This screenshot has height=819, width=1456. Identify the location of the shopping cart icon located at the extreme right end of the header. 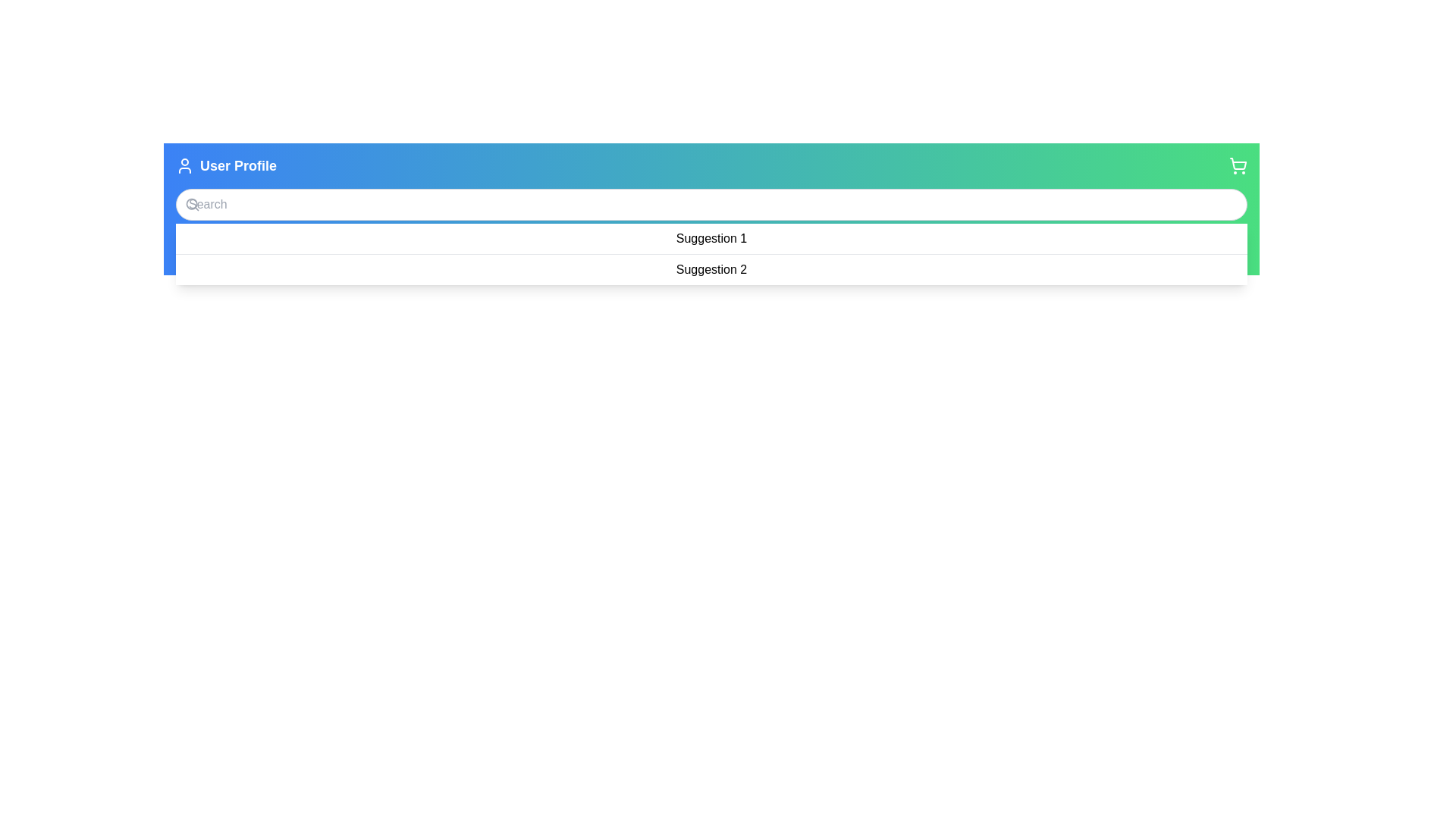
(1238, 166).